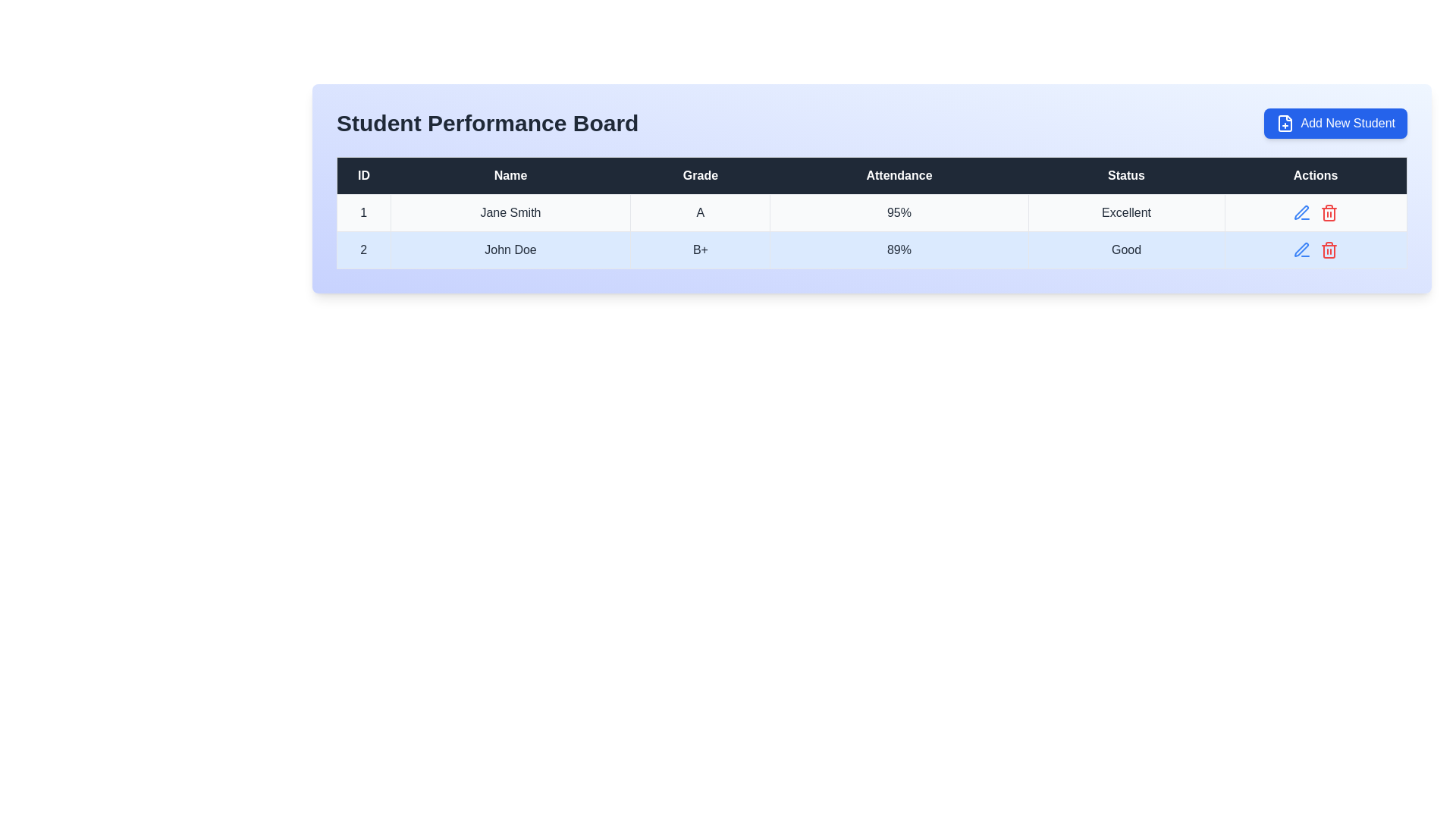 The width and height of the screenshot is (1456, 819). I want to click on the 'Status' static text label, which is the fifth column header in the data table, positioned between the 'Attendance' and 'Actions' headers, so click(1126, 174).